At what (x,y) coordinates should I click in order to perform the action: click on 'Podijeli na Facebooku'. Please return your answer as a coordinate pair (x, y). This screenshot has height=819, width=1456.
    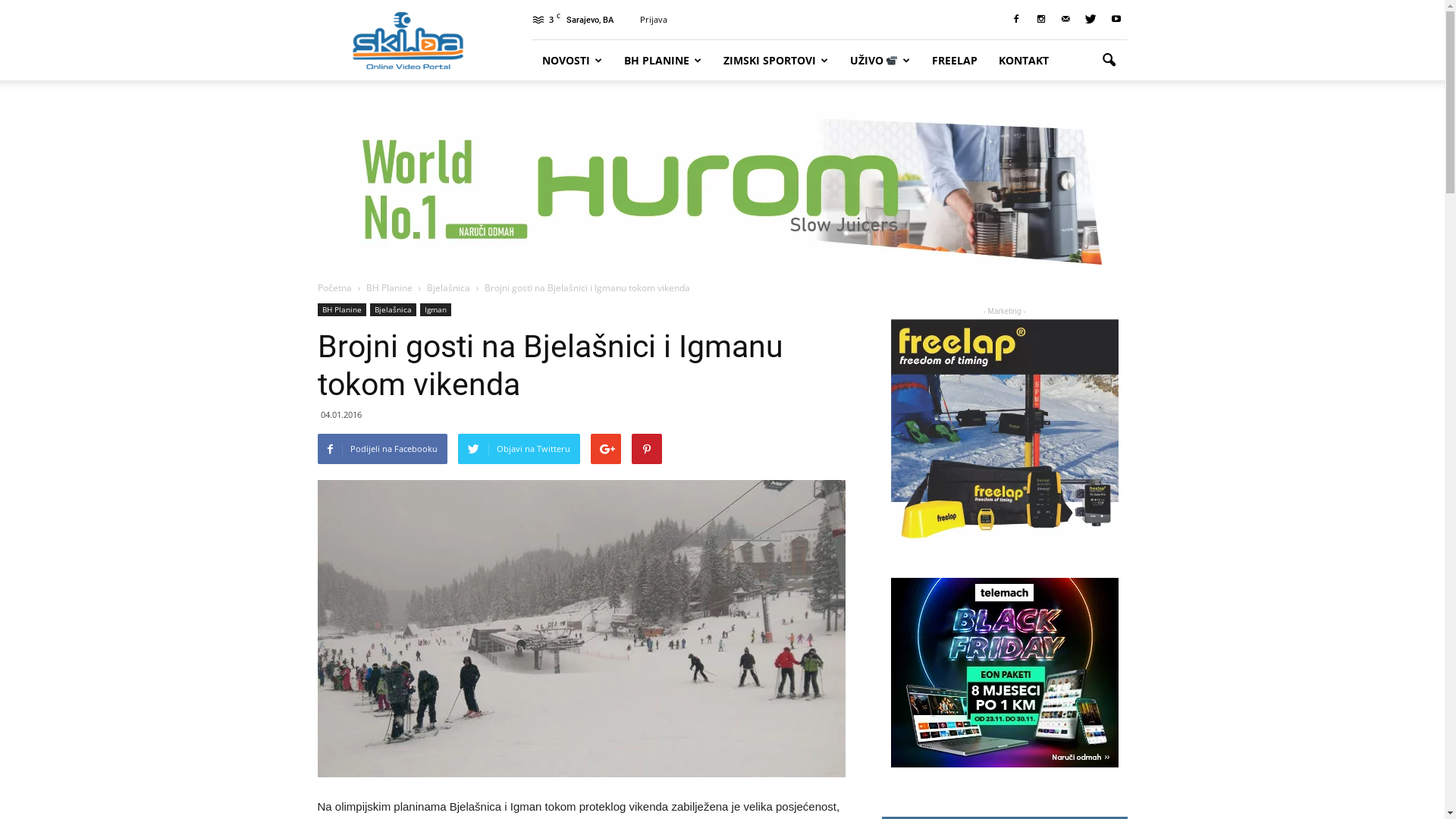
    Looking at the image, I should click on (315, 447).